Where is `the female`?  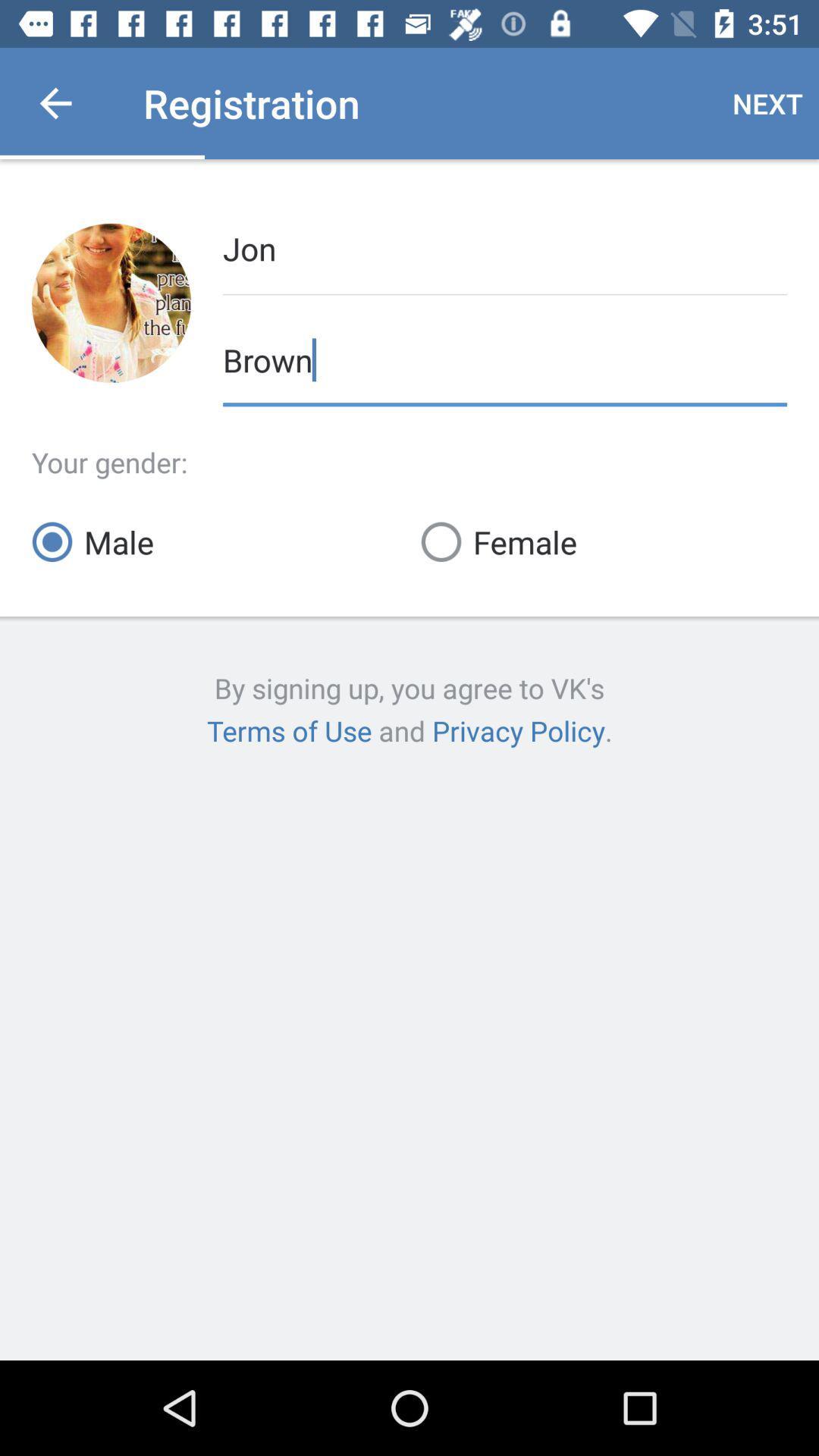
the female is located at coordinates (603, 541).